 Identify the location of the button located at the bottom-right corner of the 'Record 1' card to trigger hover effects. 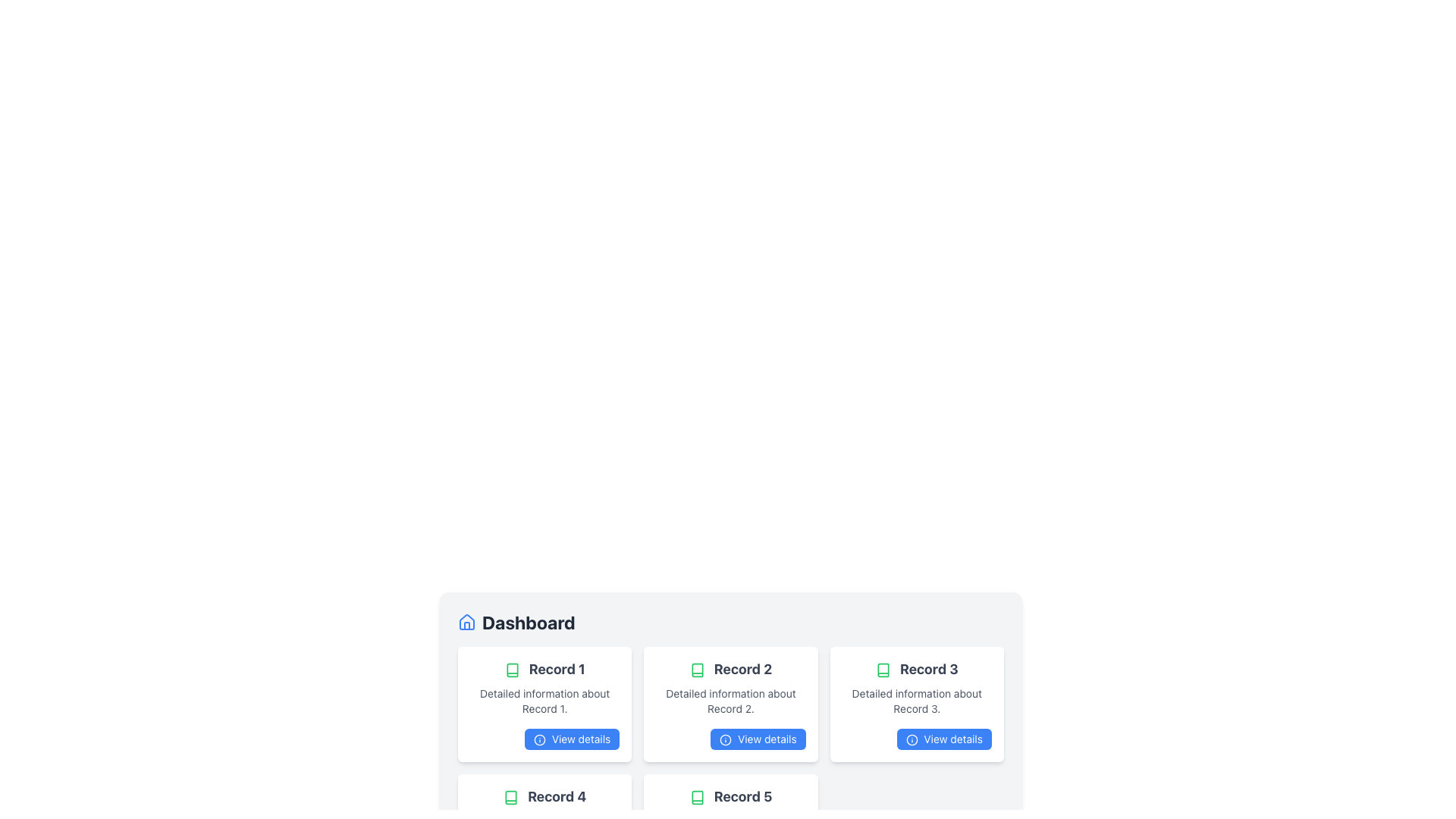
(544, 739).